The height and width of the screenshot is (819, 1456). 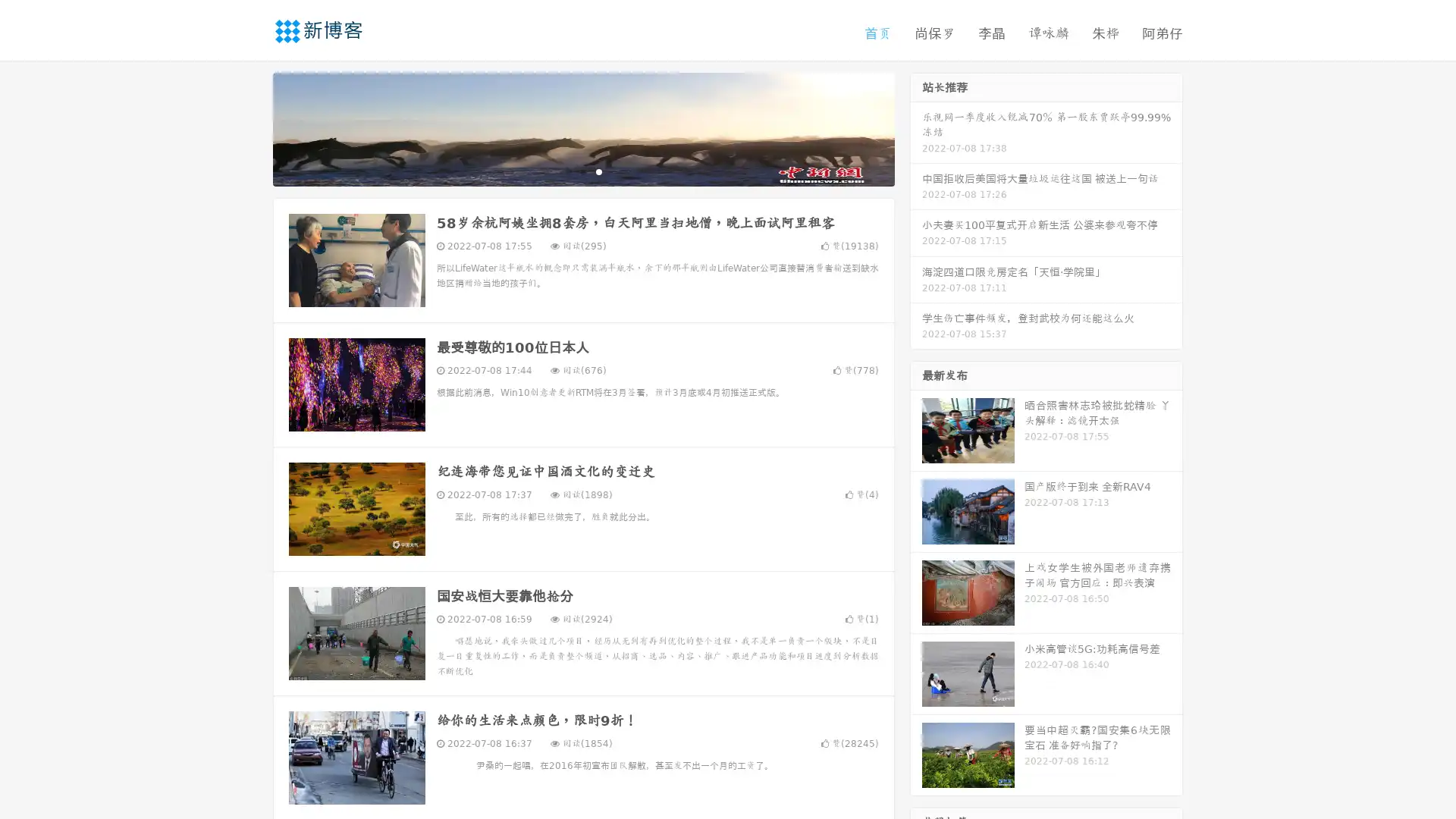 What do you see at coordinates (598, 171) in the screenshot?
I see `Go to slide 3` at bounding box center [598, 171].